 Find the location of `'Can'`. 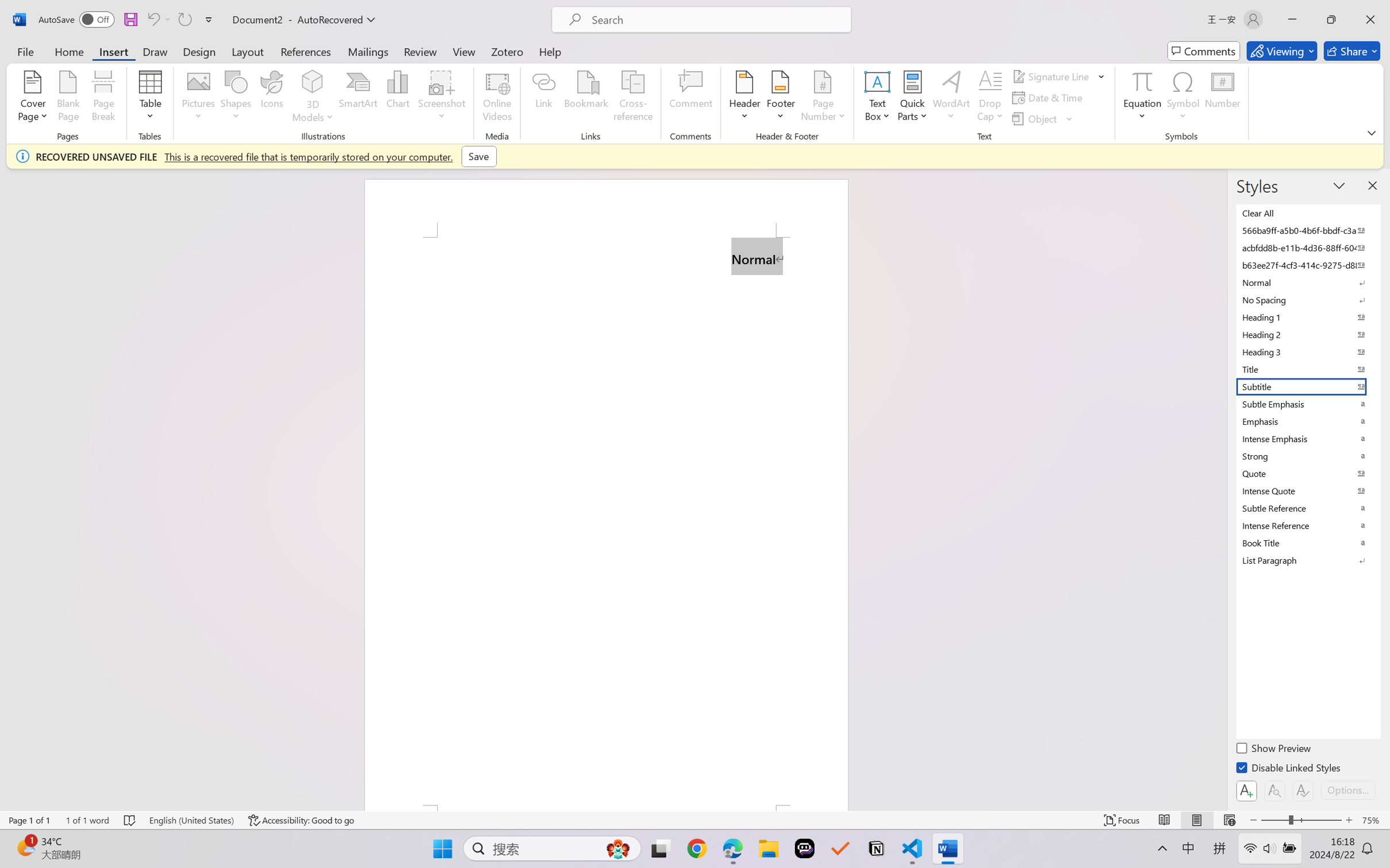

'Can' is located at coordinates (152, 19).